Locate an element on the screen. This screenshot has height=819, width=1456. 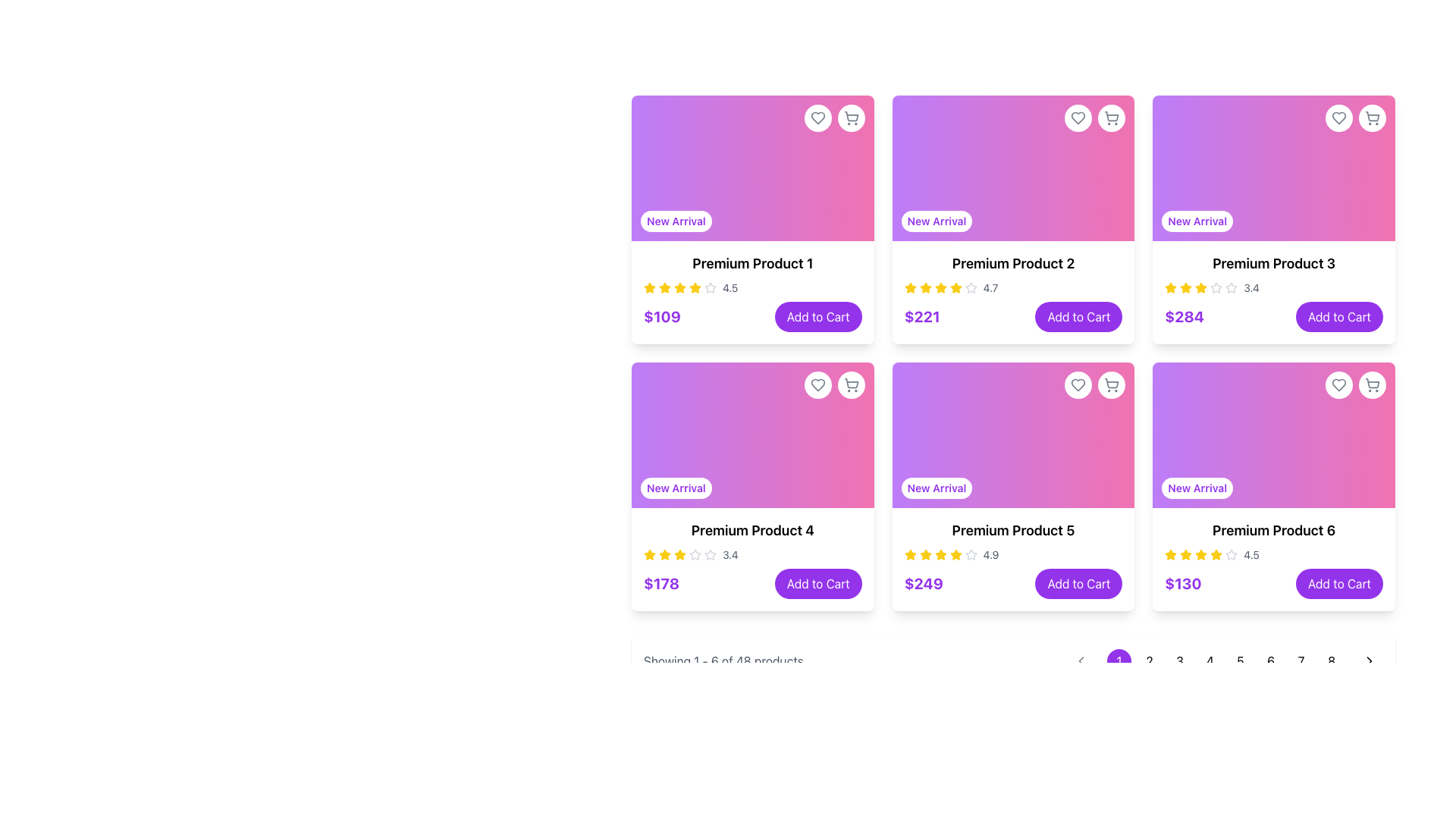
fifth star rating icon in the rating widget of the 'Premium Product 3' card to check its properties is located at coordinates (1216, 288).